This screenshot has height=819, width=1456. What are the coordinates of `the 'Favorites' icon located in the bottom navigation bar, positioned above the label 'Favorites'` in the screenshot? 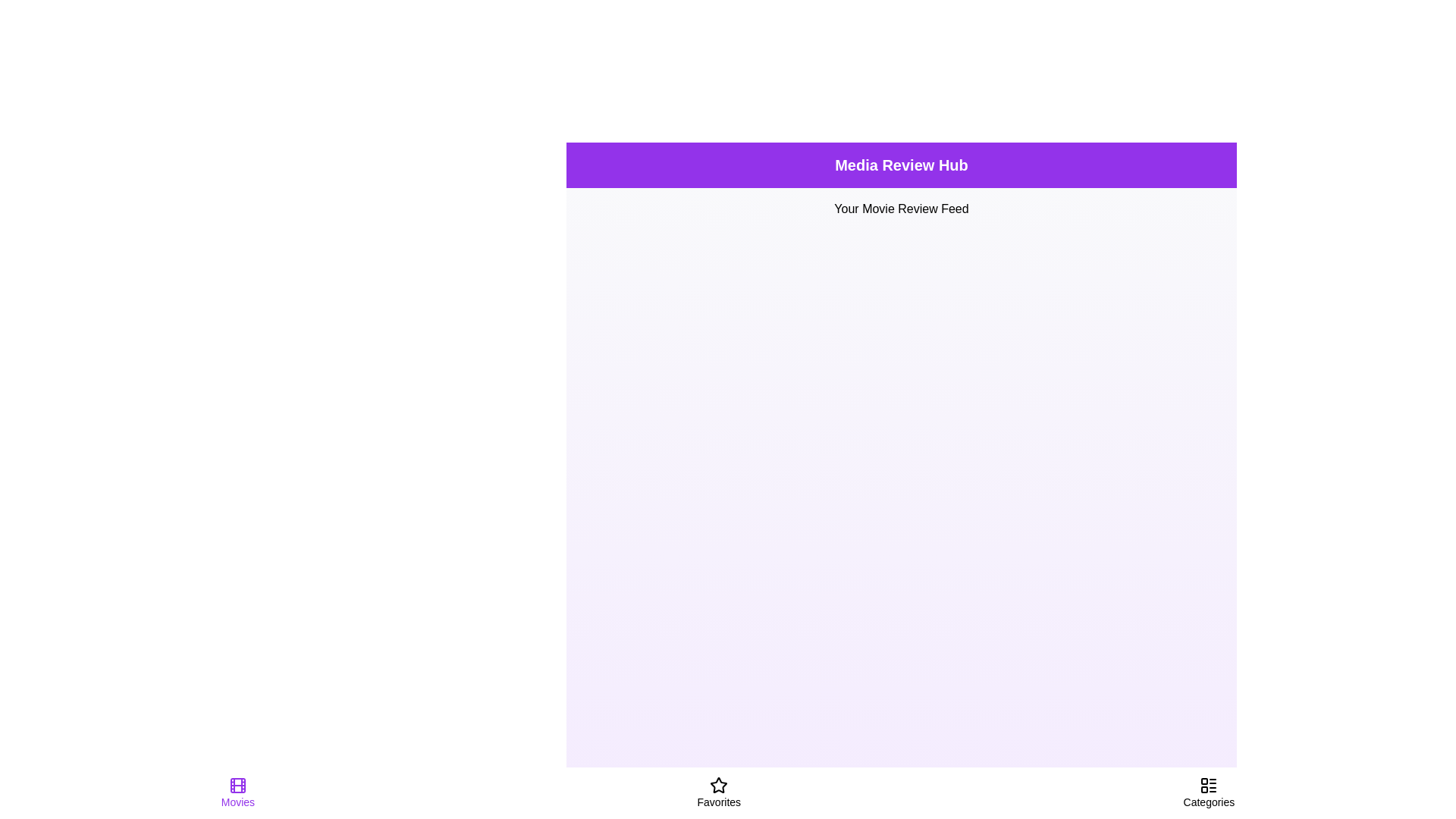 It's located at (718, 785).